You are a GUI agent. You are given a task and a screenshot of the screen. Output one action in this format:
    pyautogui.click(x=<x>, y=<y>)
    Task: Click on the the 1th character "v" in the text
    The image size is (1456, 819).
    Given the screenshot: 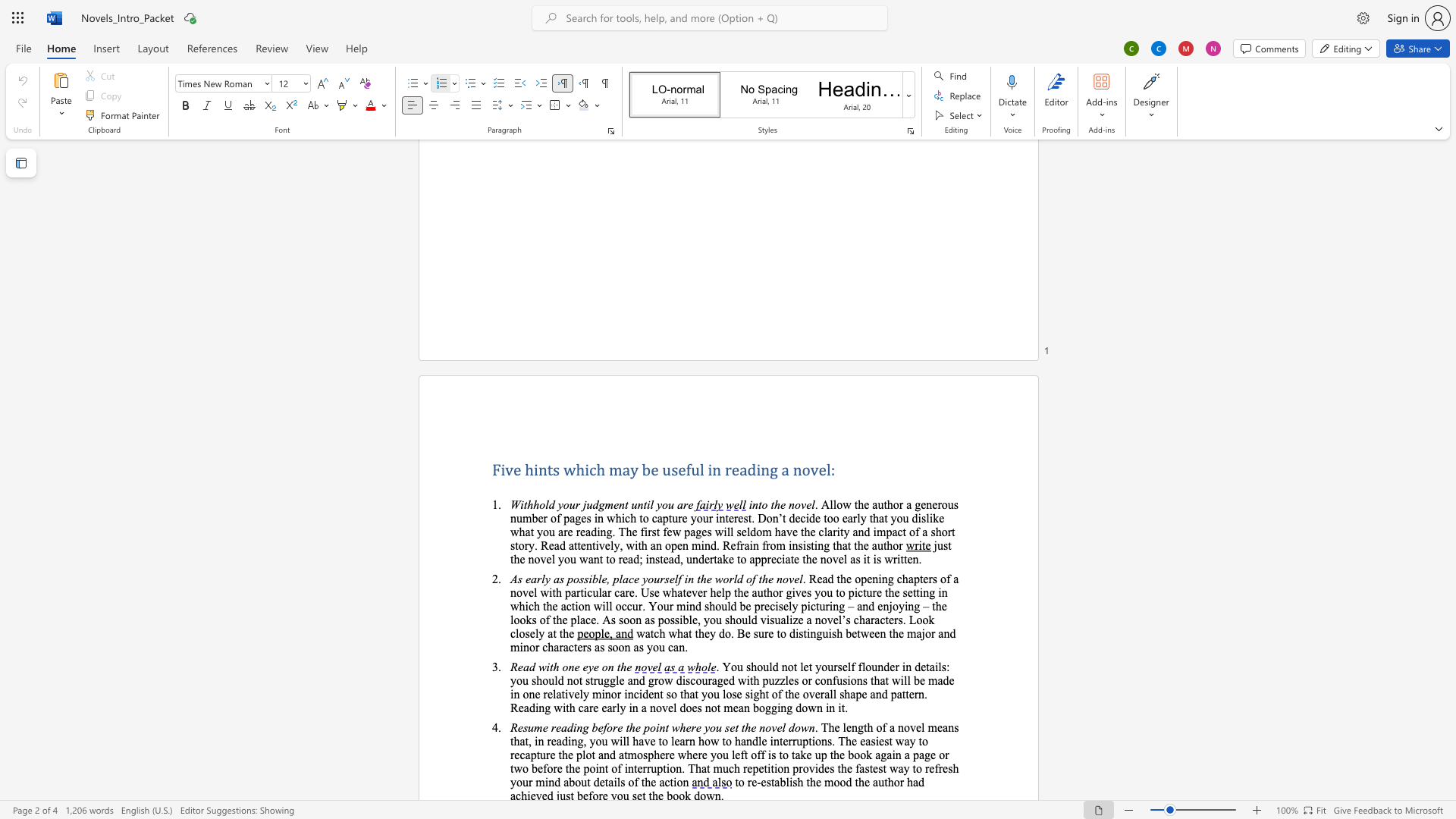 What is the action you would take?
    pyautogui.click(x=773, y=726)
    